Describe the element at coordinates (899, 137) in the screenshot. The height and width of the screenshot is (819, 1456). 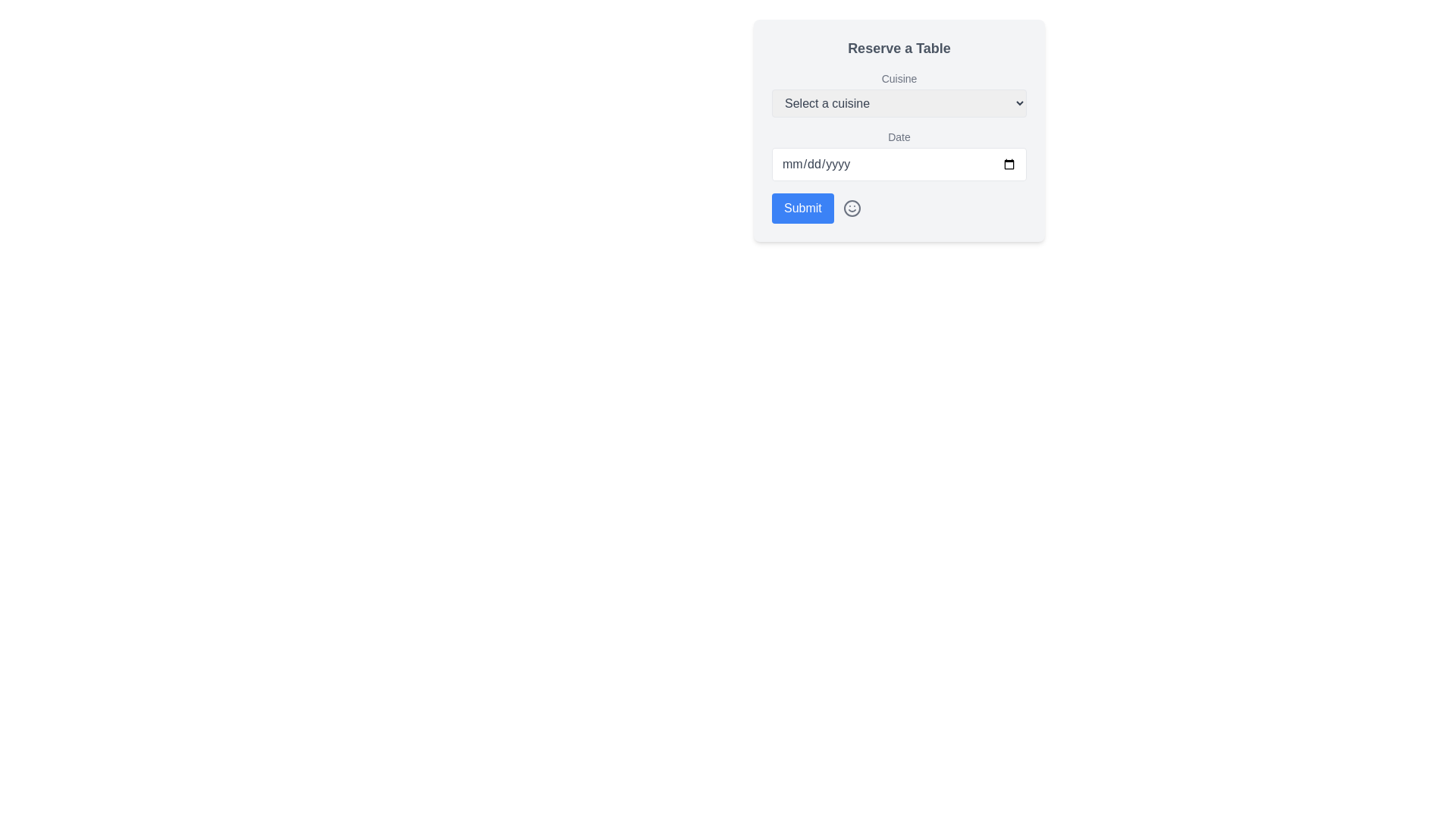
I see `the 'Date' label, which is a small gray text label positioned above the date input field in the form section` at that location.